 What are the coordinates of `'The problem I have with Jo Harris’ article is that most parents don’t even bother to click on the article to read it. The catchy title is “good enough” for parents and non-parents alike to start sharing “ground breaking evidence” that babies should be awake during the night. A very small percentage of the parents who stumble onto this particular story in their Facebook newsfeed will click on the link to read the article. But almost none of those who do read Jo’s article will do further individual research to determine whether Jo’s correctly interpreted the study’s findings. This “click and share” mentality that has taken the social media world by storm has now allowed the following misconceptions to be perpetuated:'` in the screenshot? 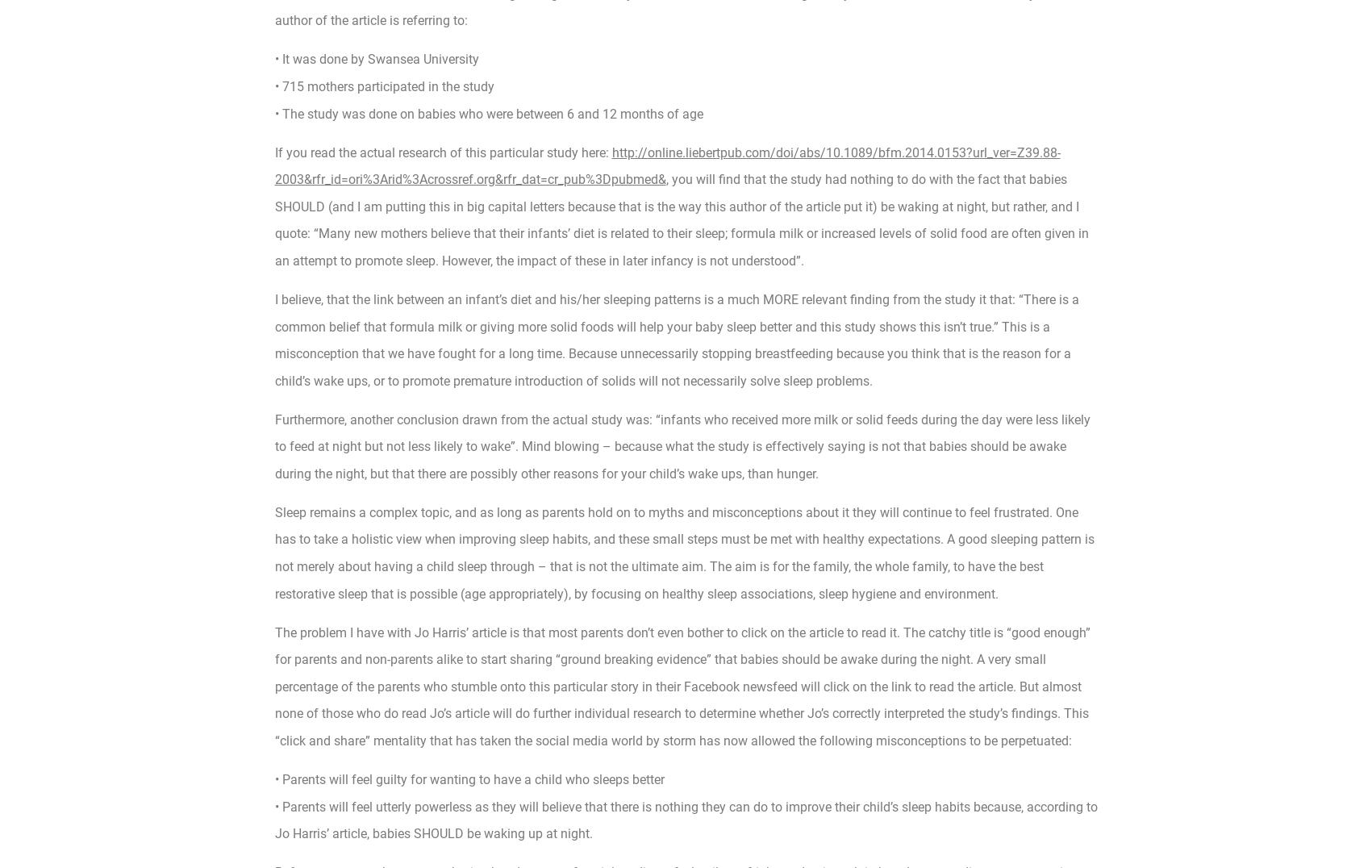 It's located at (274, 686).